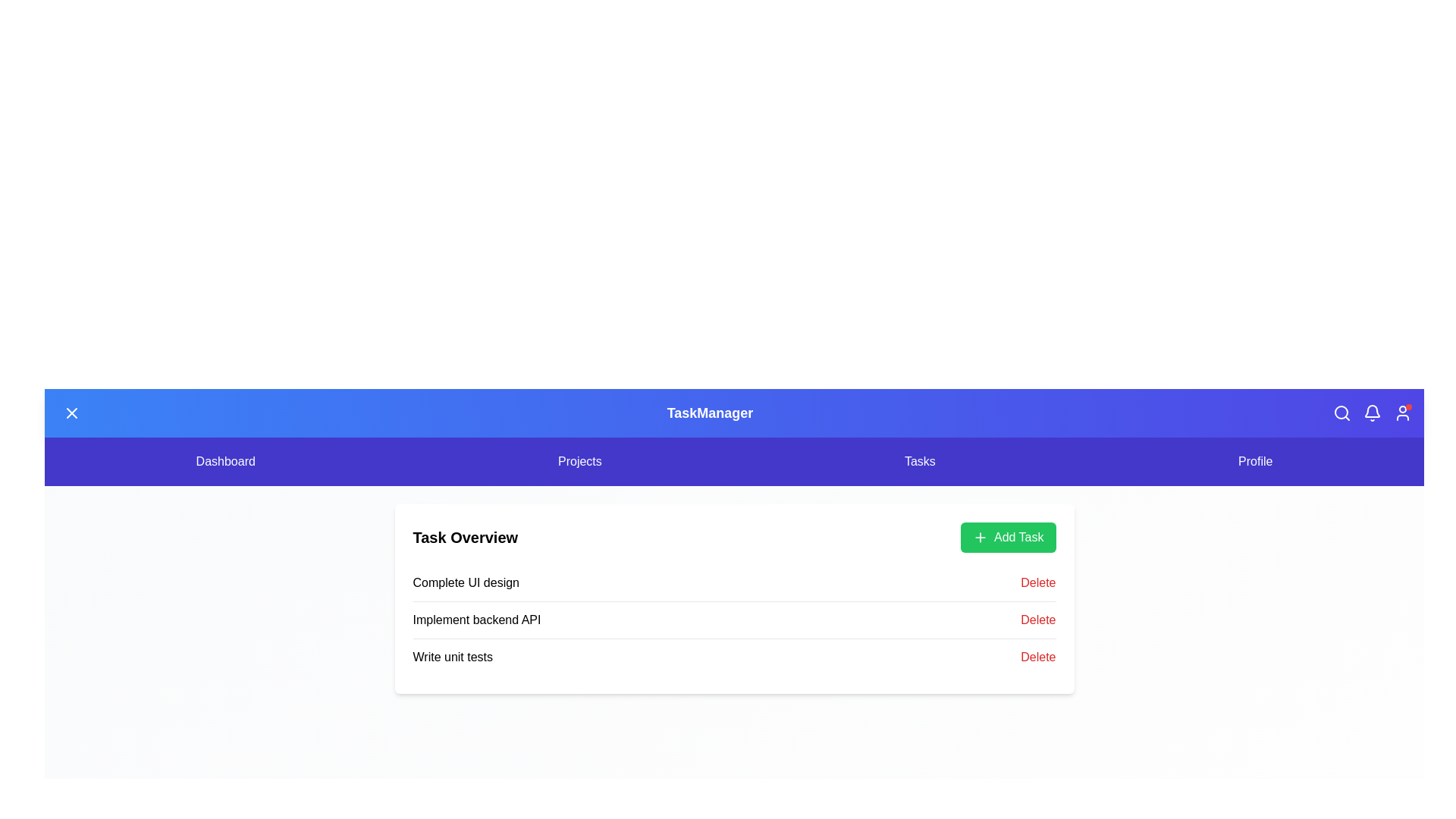 This screenshot has height=819, width=1456. I want to click on the 'Dashboard' menu item in the navigation bar, so click(224, 461).